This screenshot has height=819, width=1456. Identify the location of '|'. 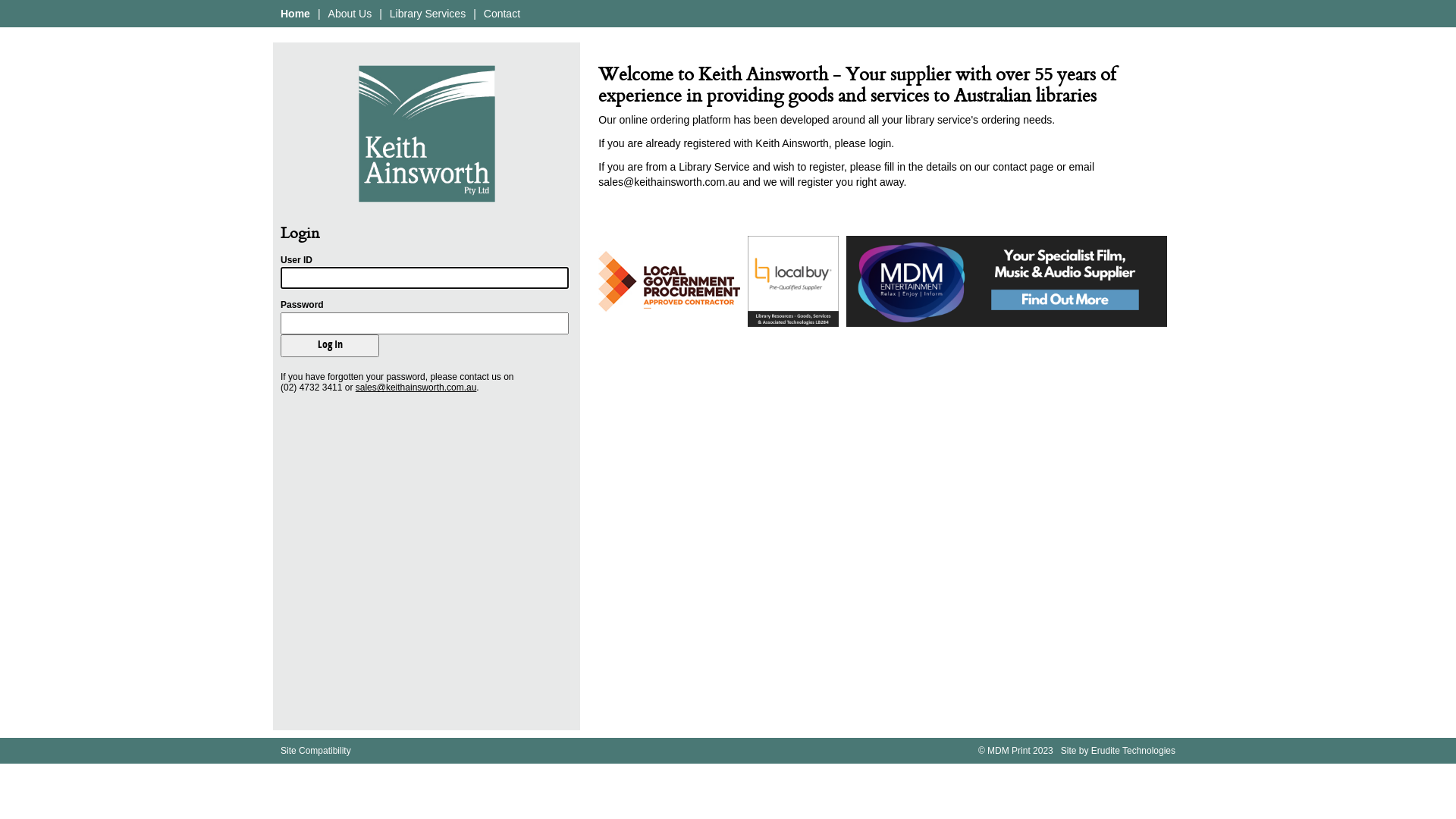
(472, 14).